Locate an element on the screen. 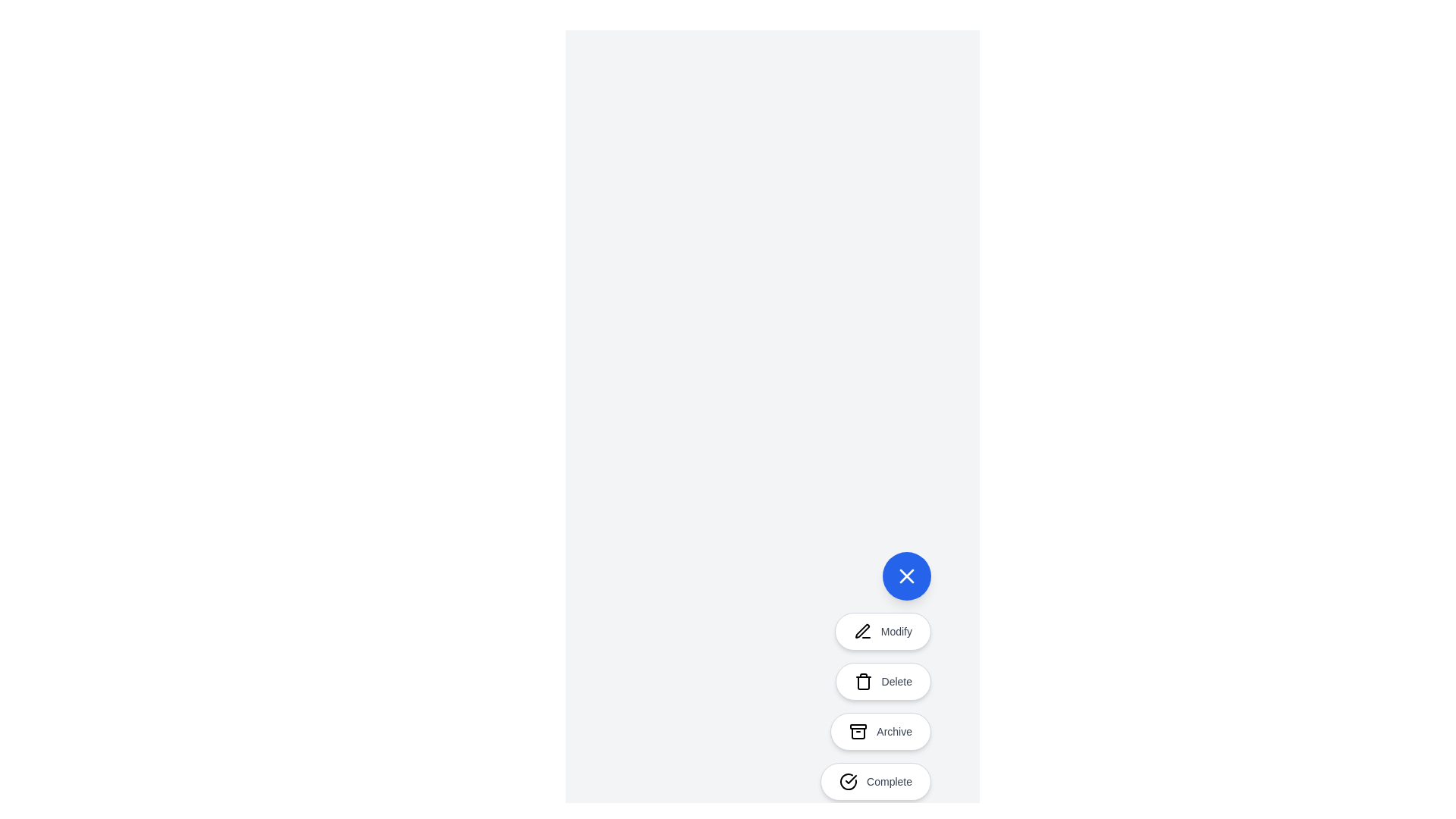 The image size is (1456, 819). the 'Archive' button to trigger its action is located at coordinates (880, 730).